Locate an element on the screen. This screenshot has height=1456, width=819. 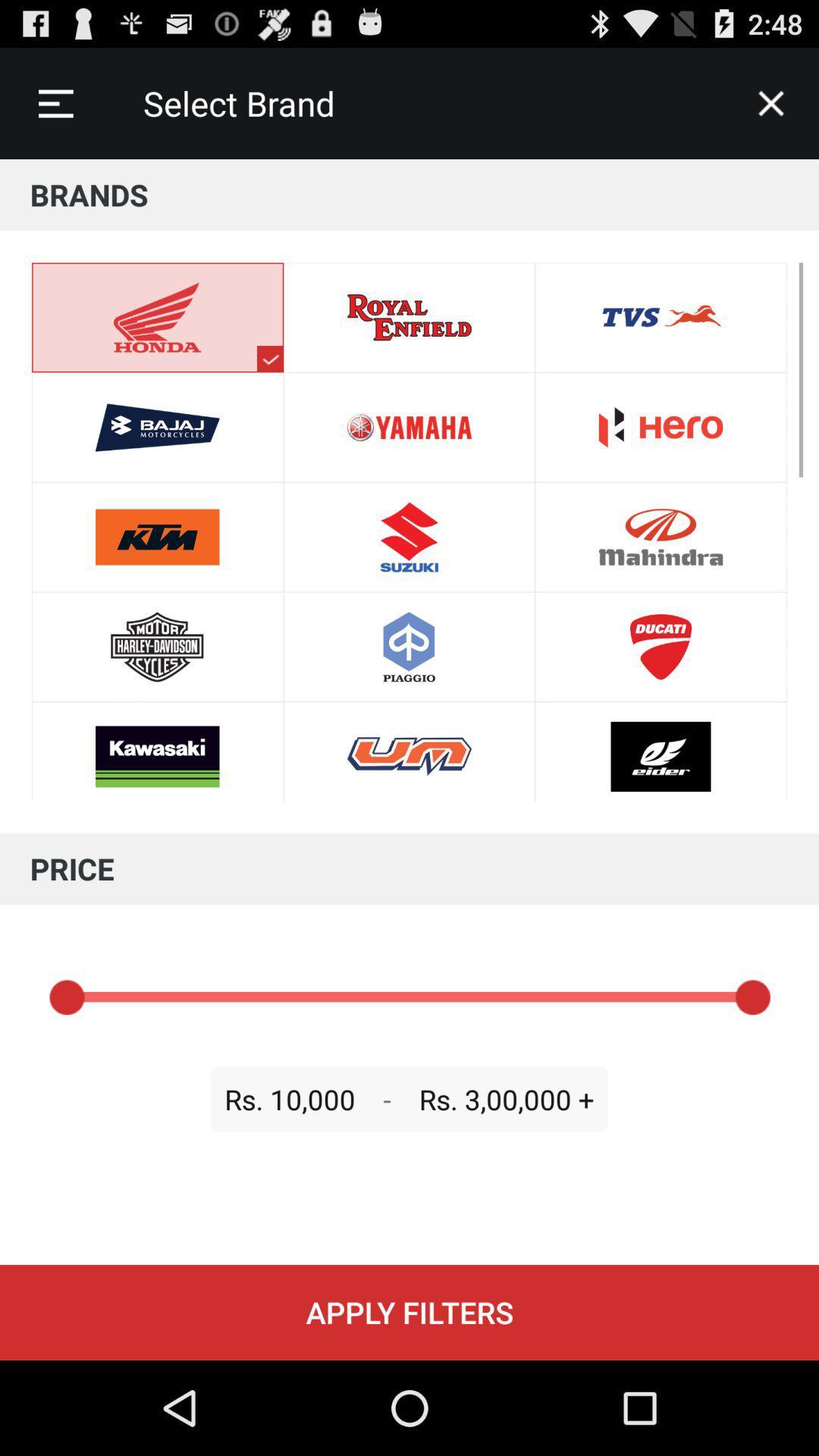
the last logo in the second row from the top is located at coordinates (660, 426).